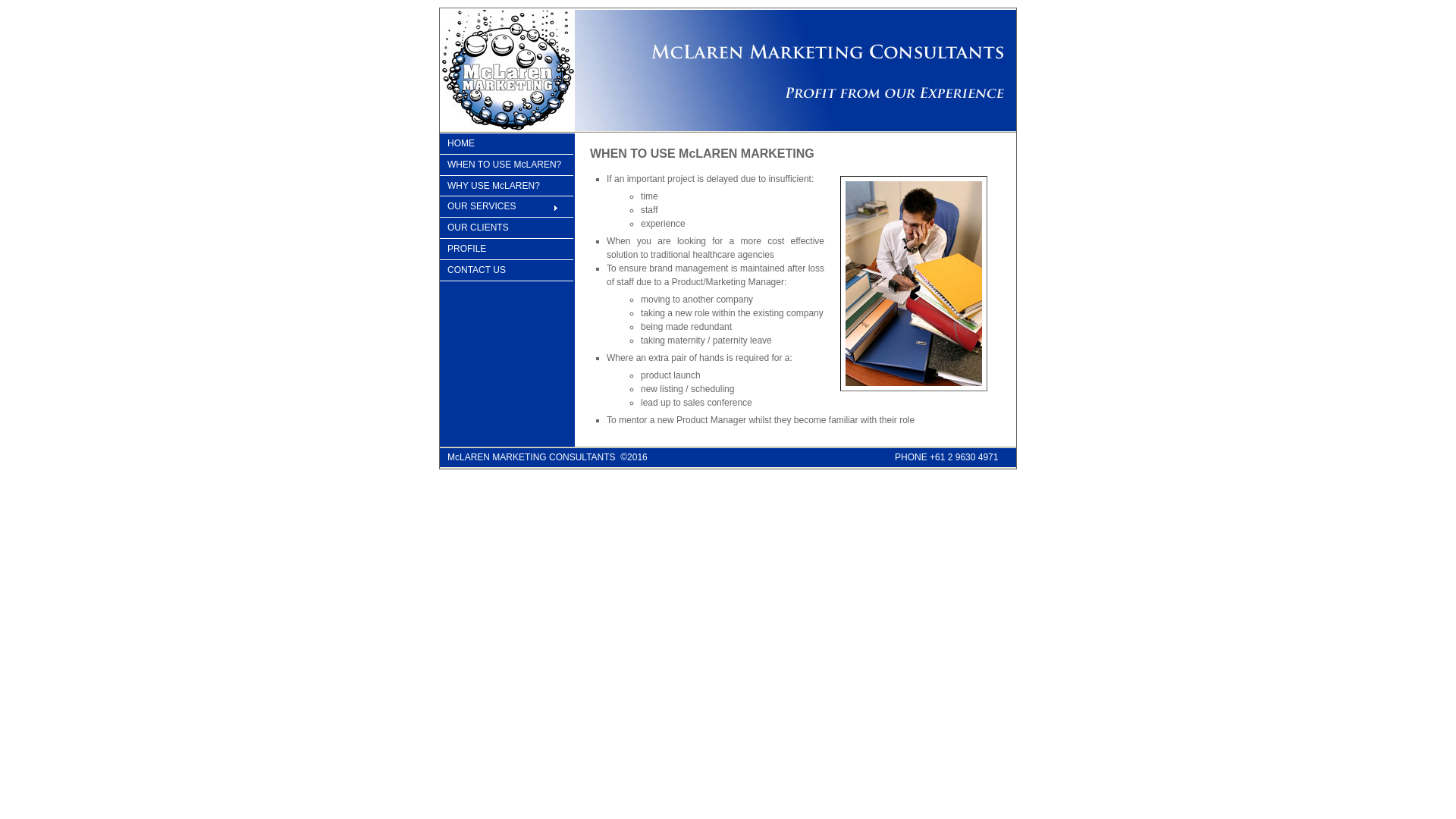 The width and height of the screenshot is (1456, 819). I want to click on 'OUR SERVICES', so click(439, 207).